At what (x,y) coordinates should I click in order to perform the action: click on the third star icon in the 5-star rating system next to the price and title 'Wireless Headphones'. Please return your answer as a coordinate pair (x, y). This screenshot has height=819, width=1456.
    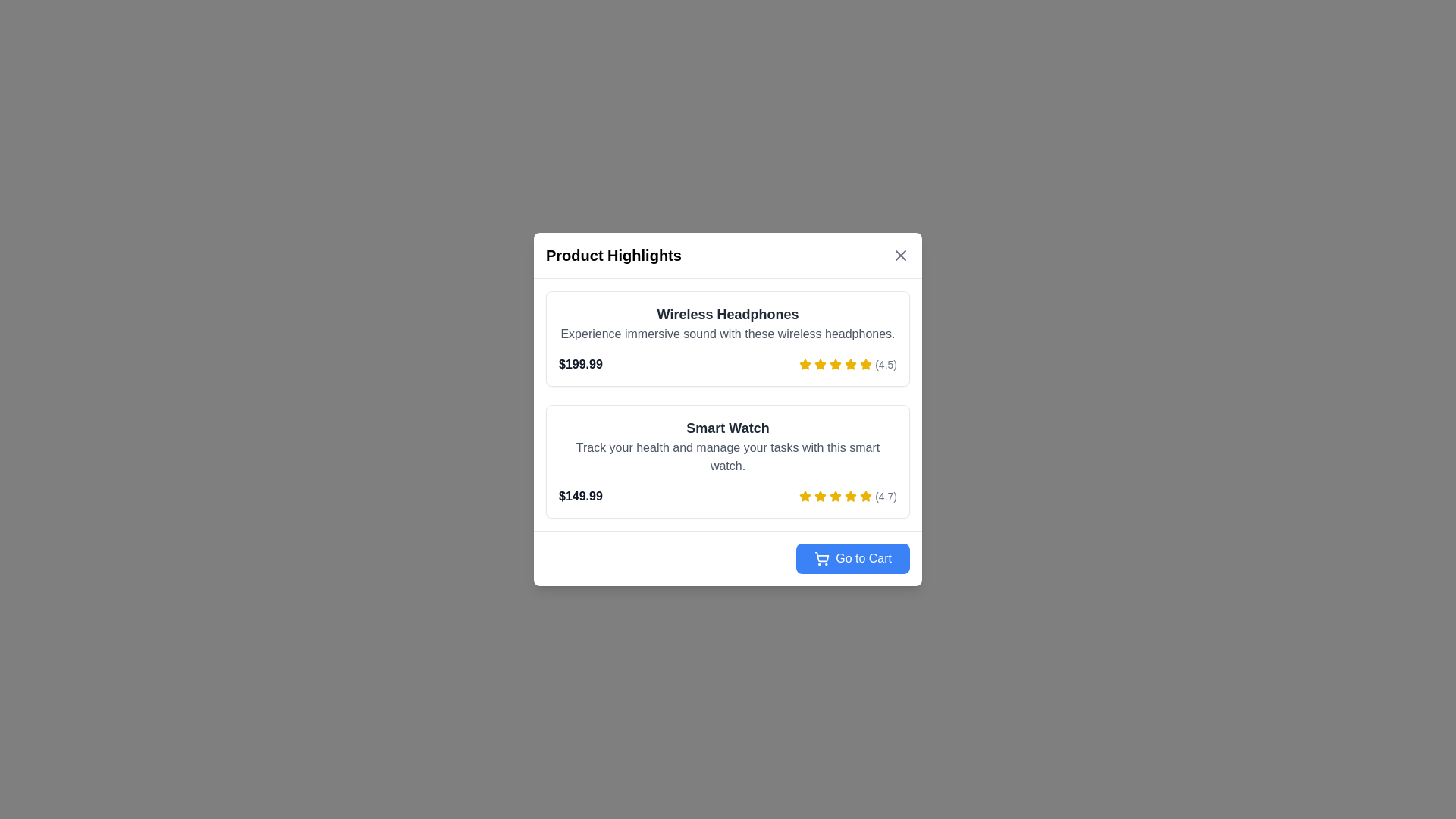
    Looking at the image, I should click on (820, 365).